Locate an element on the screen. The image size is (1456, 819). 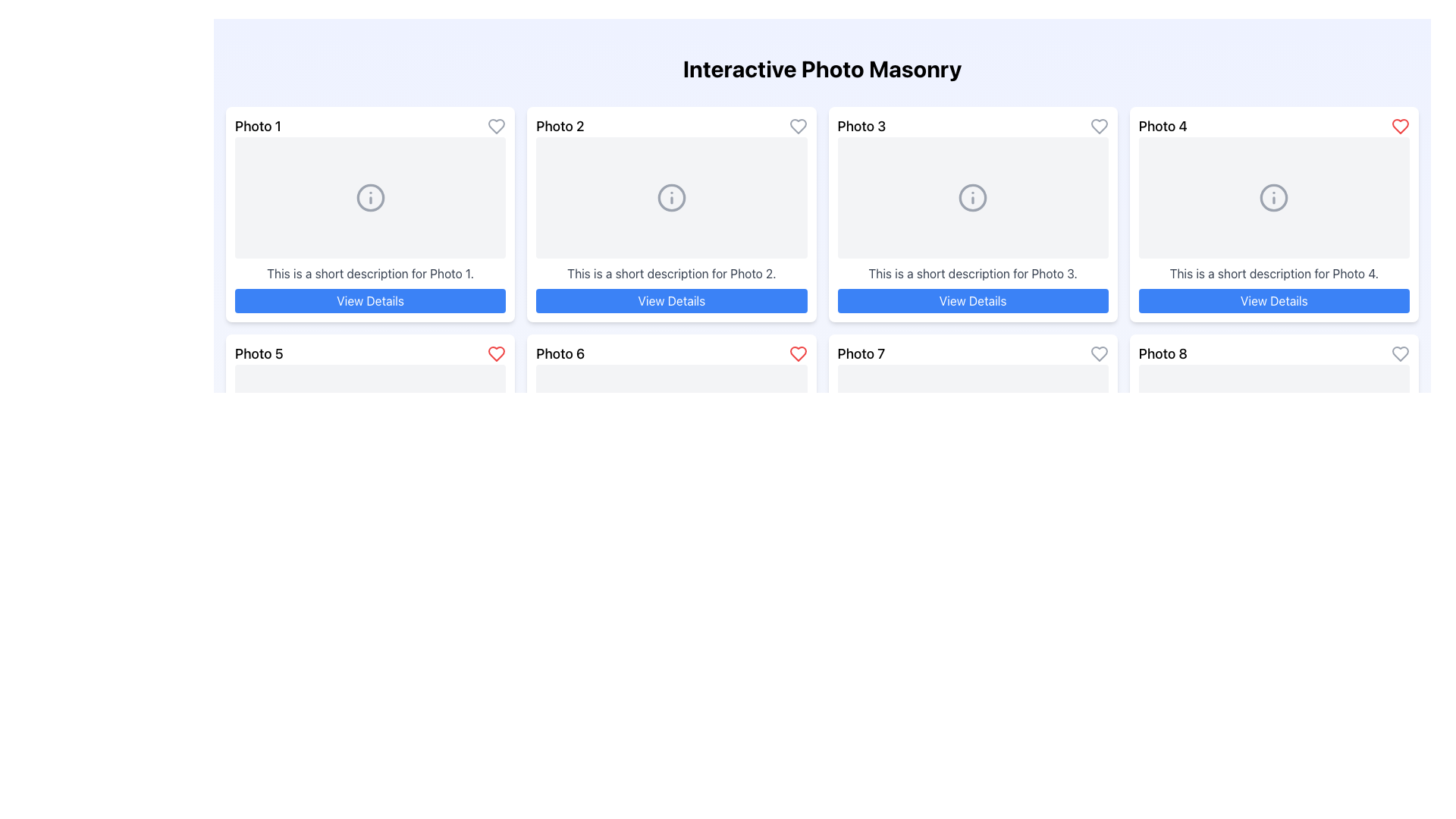
the button located at the bottom of the 'Photo 2' card is located at coordinates (670, 301).